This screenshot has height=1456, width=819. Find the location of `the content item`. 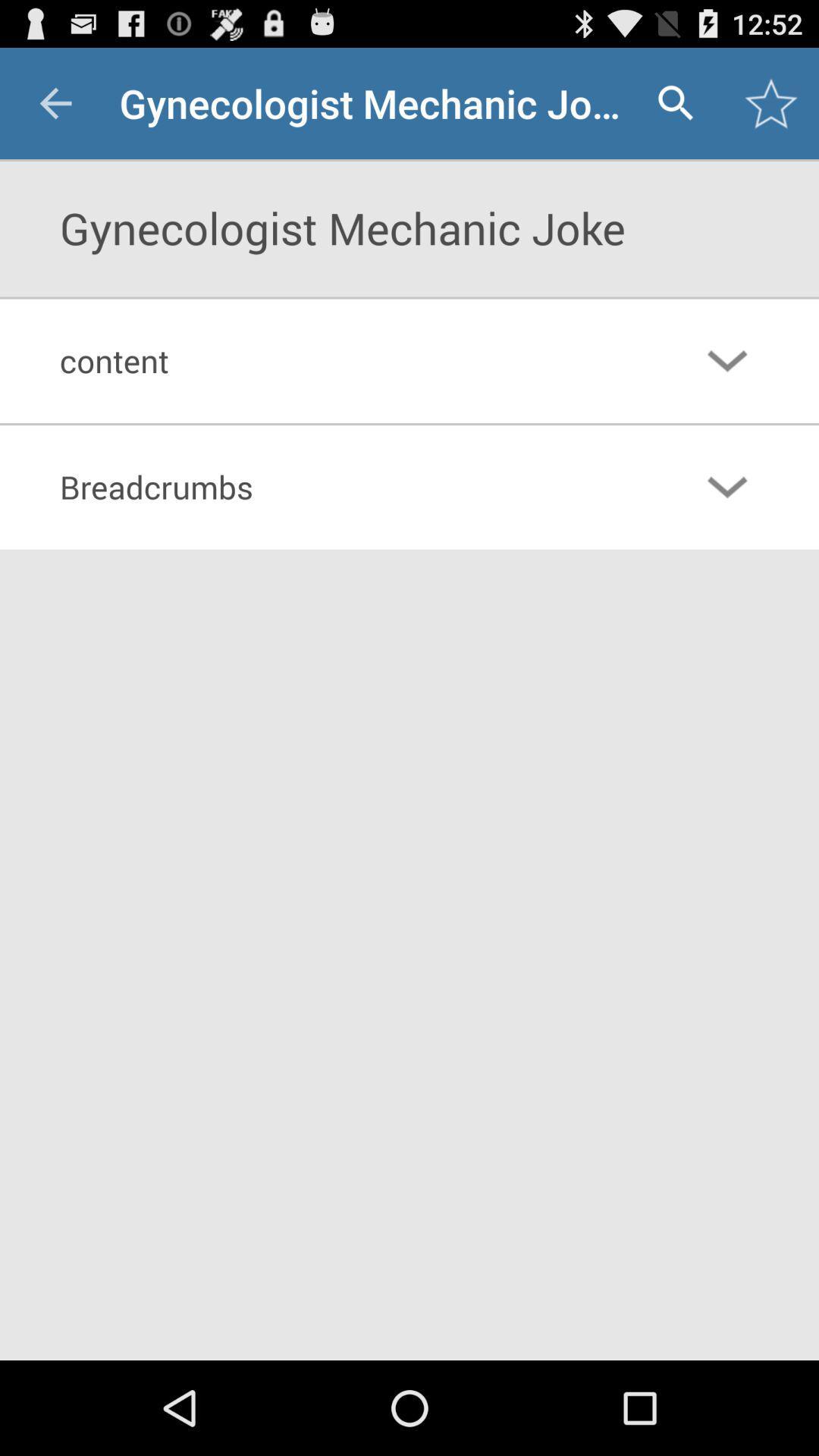

the content item is located at coordinates (347, 359).